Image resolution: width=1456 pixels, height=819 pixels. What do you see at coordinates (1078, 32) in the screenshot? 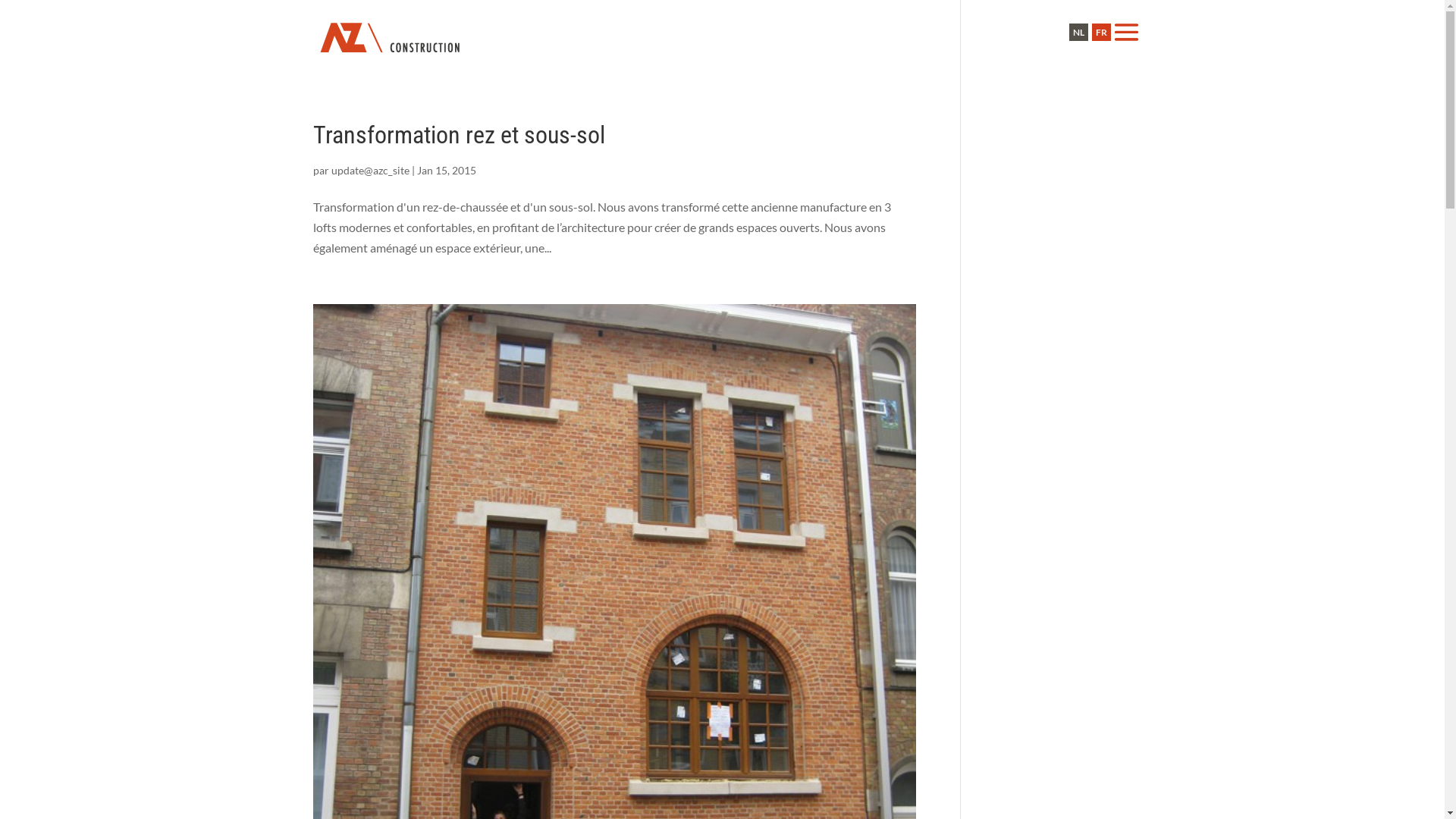
I see `'NL'` at bounding box center [1078, 32].